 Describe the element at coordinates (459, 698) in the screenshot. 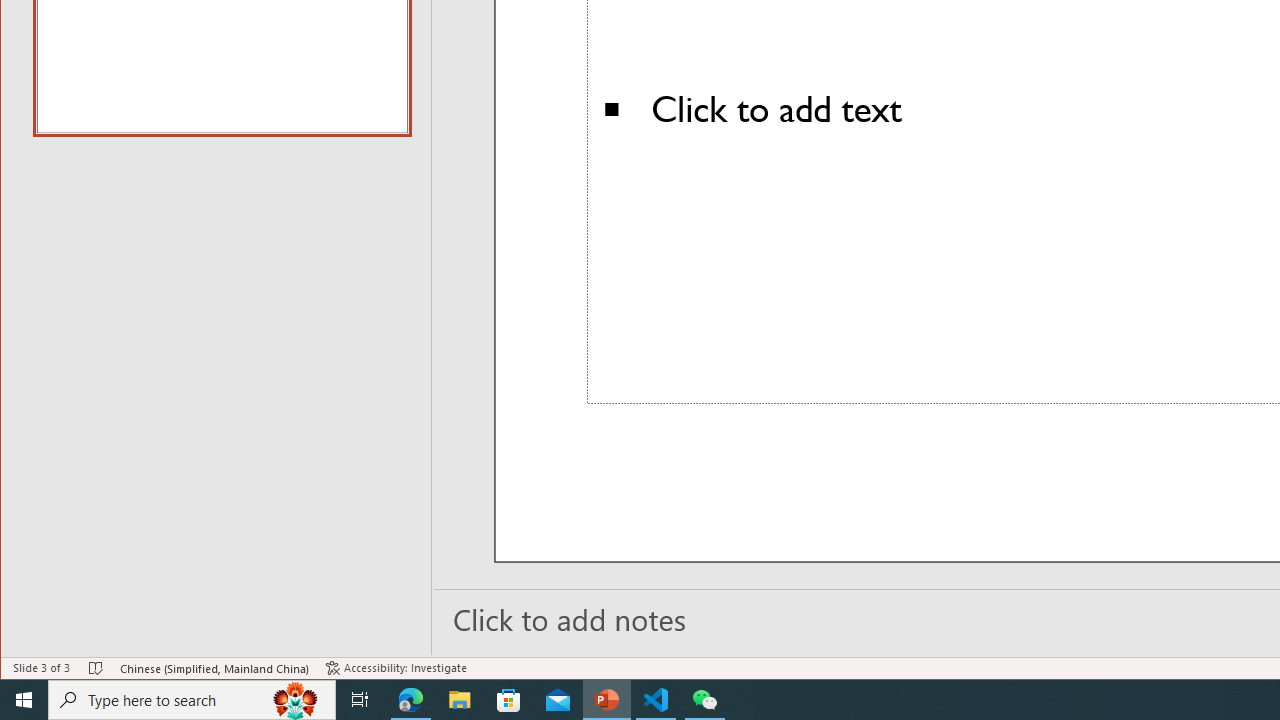

I see `'File Explorer'` at that location.